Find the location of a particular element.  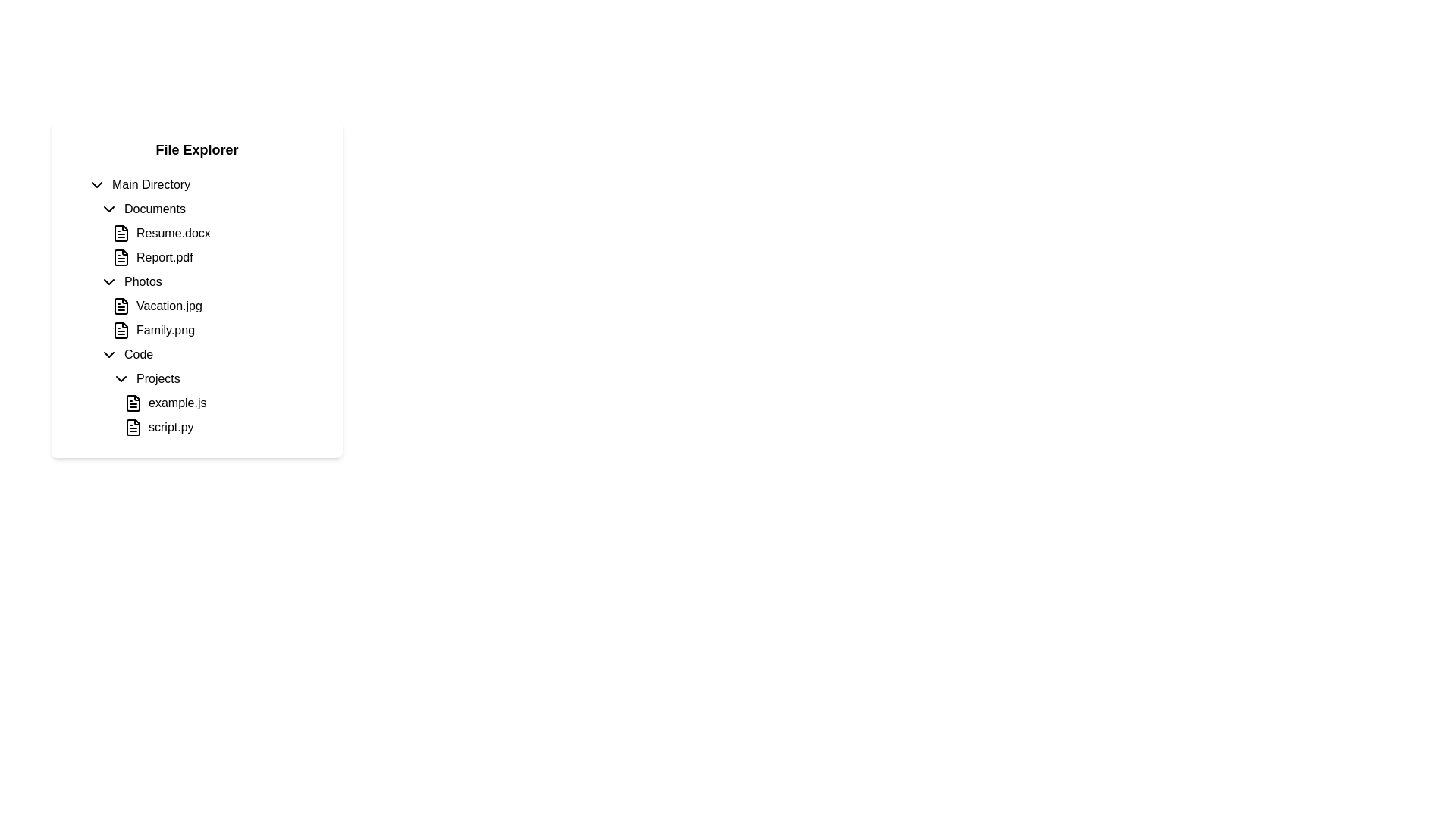

the 'Resume.docx' file entry in the file explorer is located at coordinates (208, 234).